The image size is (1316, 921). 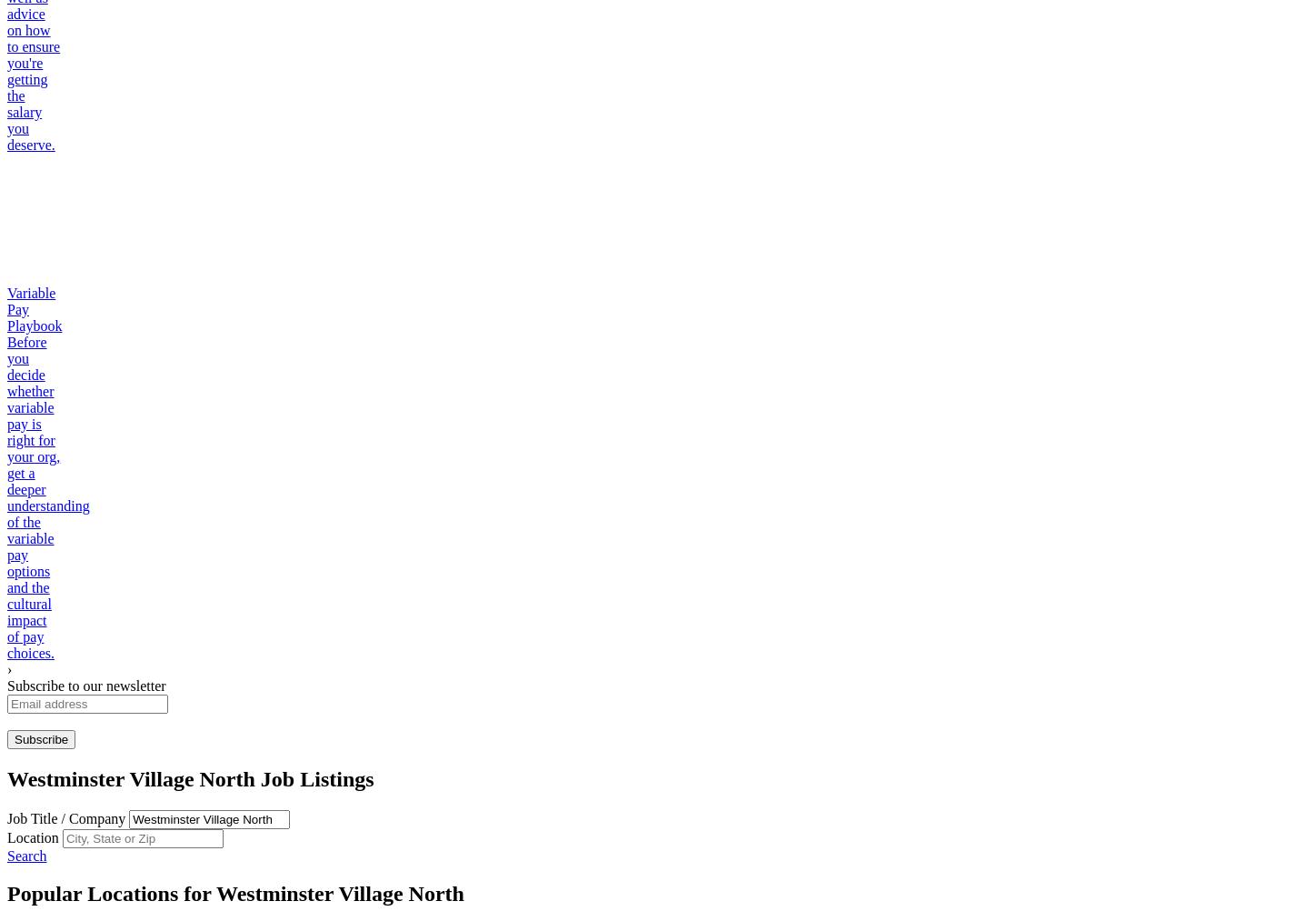 I want to click on 'Subscribe to our newsletter', so click(x=85, y=685).